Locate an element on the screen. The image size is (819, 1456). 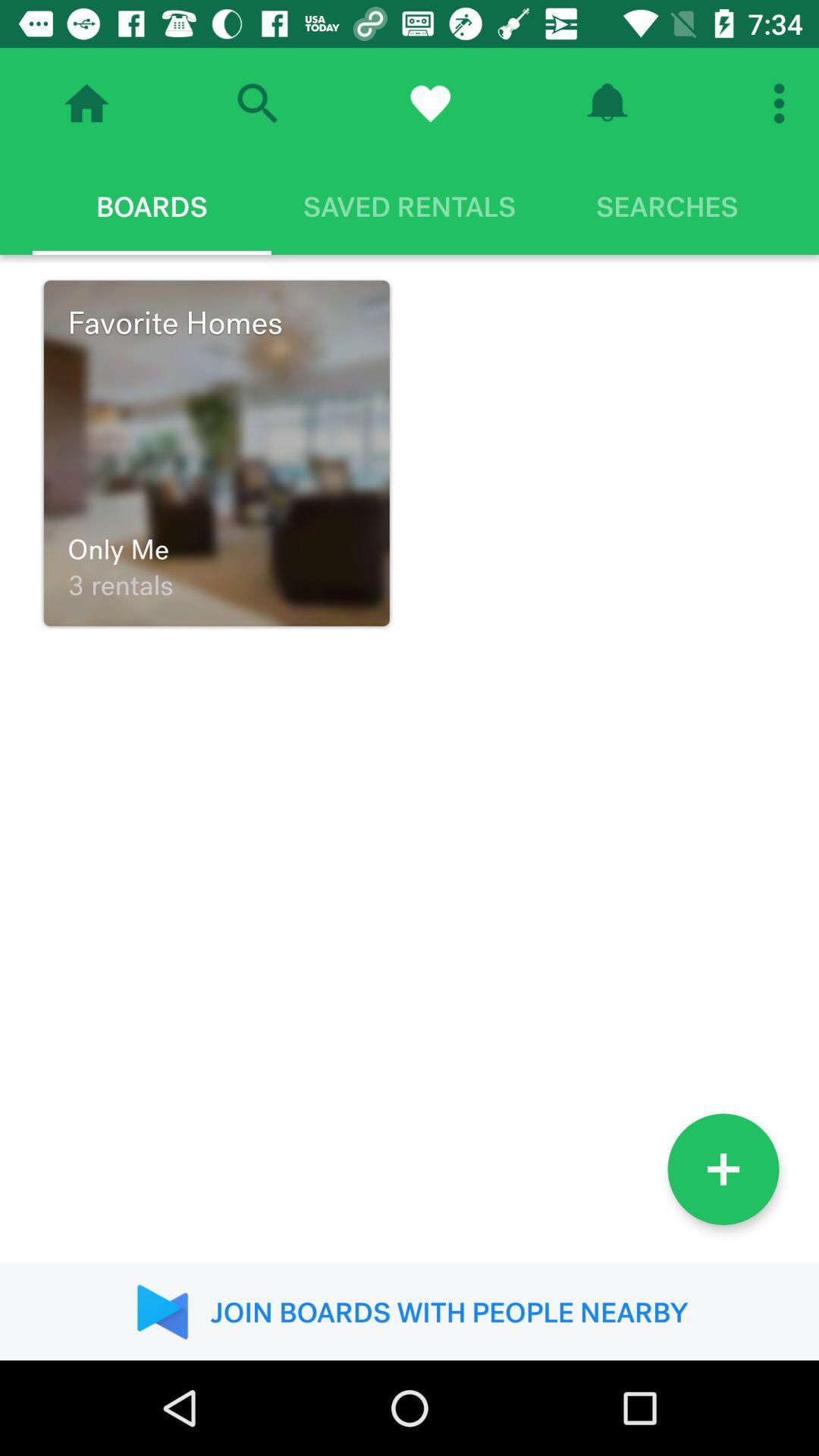
the tab searches on the web page is located at coordinates (666, 206).